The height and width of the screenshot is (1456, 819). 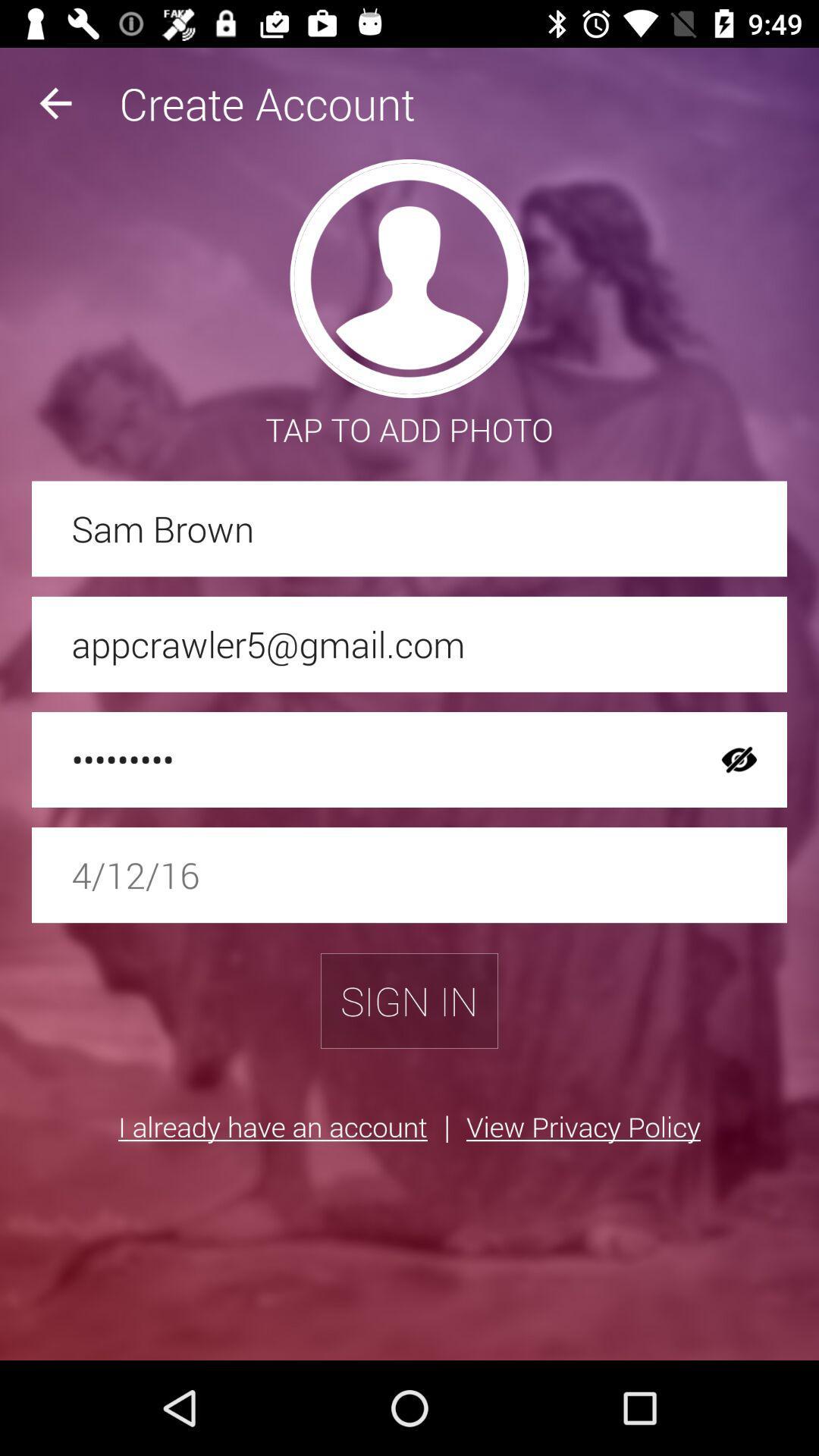 What do you see at coordinates (55, 102) in the screenshot?
I see `app to the left of the create account app` at bounding box center [55, 102].